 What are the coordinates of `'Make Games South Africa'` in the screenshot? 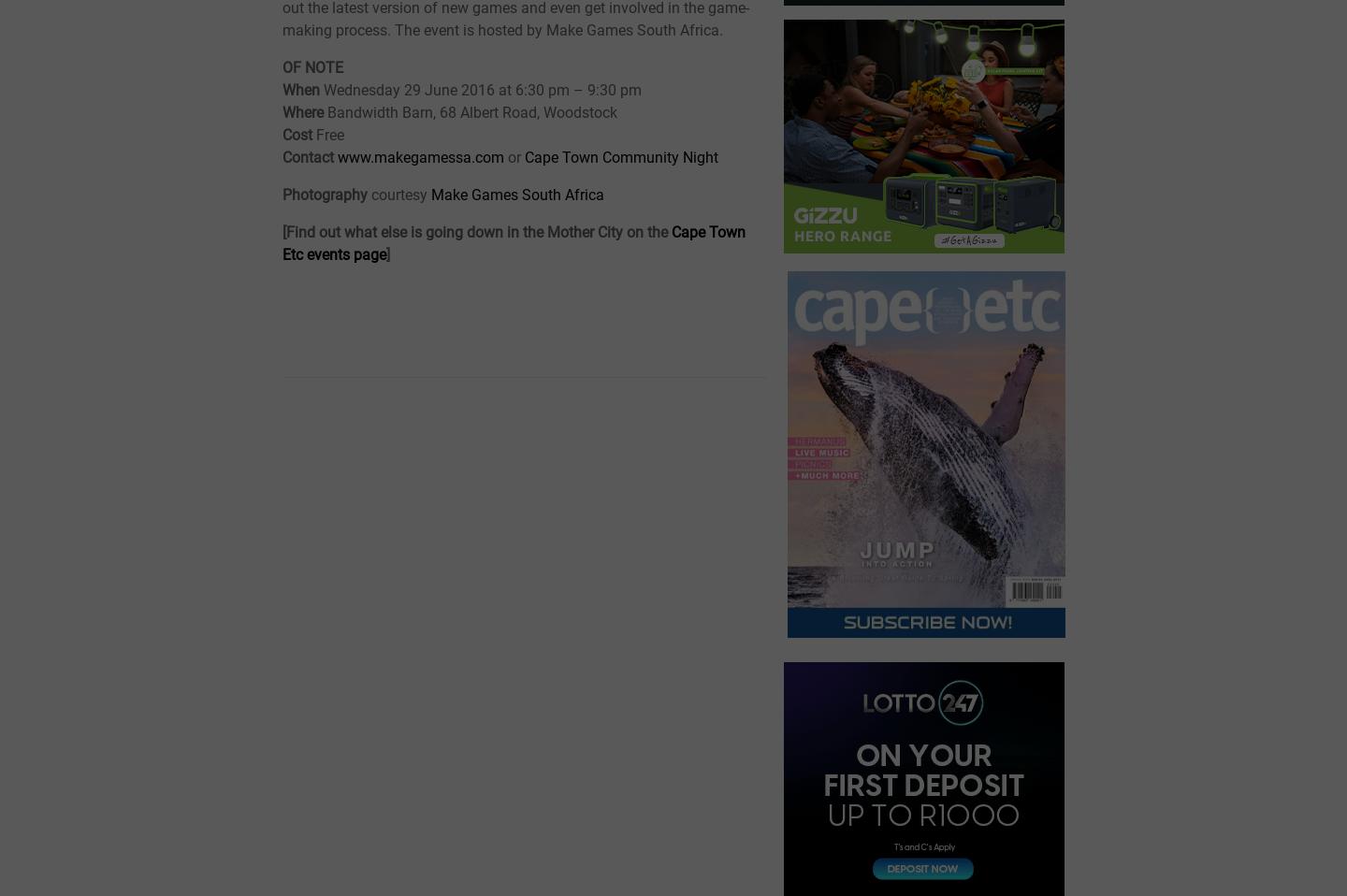 It's located at (519, 193).